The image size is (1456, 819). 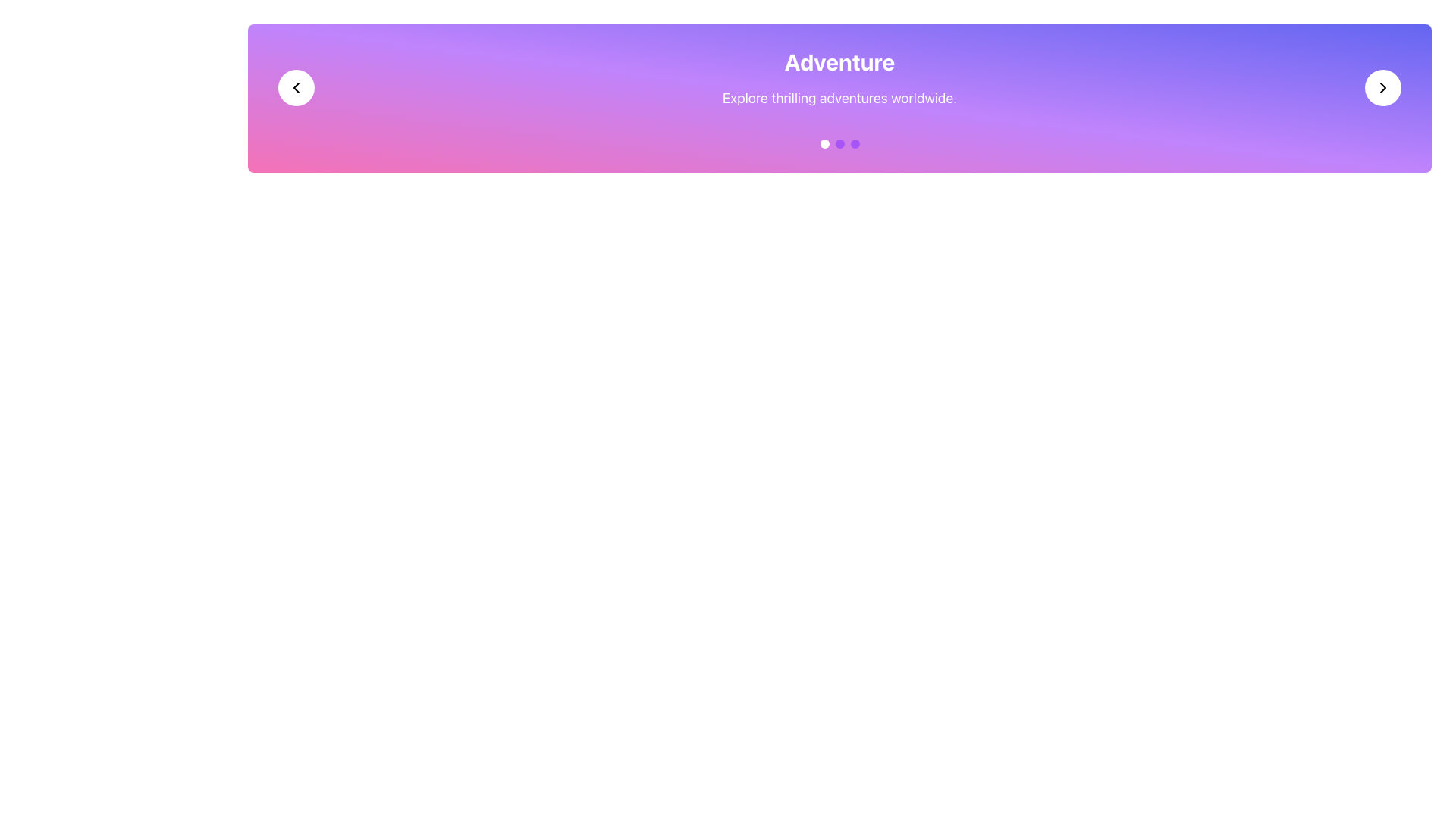 I want to click on the Navigation icon located on the left side of the gradient header bar, so click(x=296, y=87).